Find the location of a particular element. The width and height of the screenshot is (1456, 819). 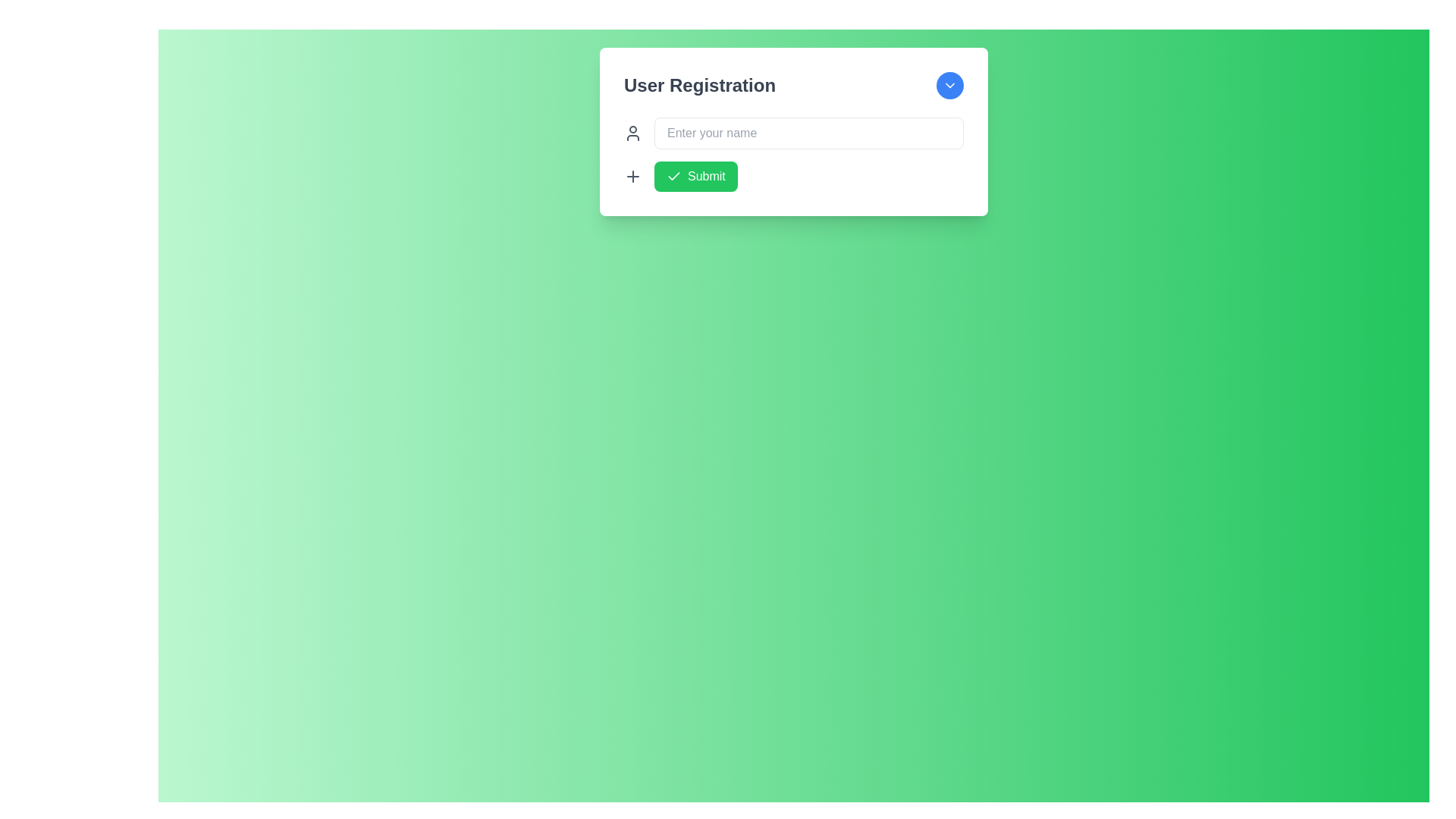

the icon inside the dropdown button located at the top-right corner of the user registration card is located at coordinates (949, 85).